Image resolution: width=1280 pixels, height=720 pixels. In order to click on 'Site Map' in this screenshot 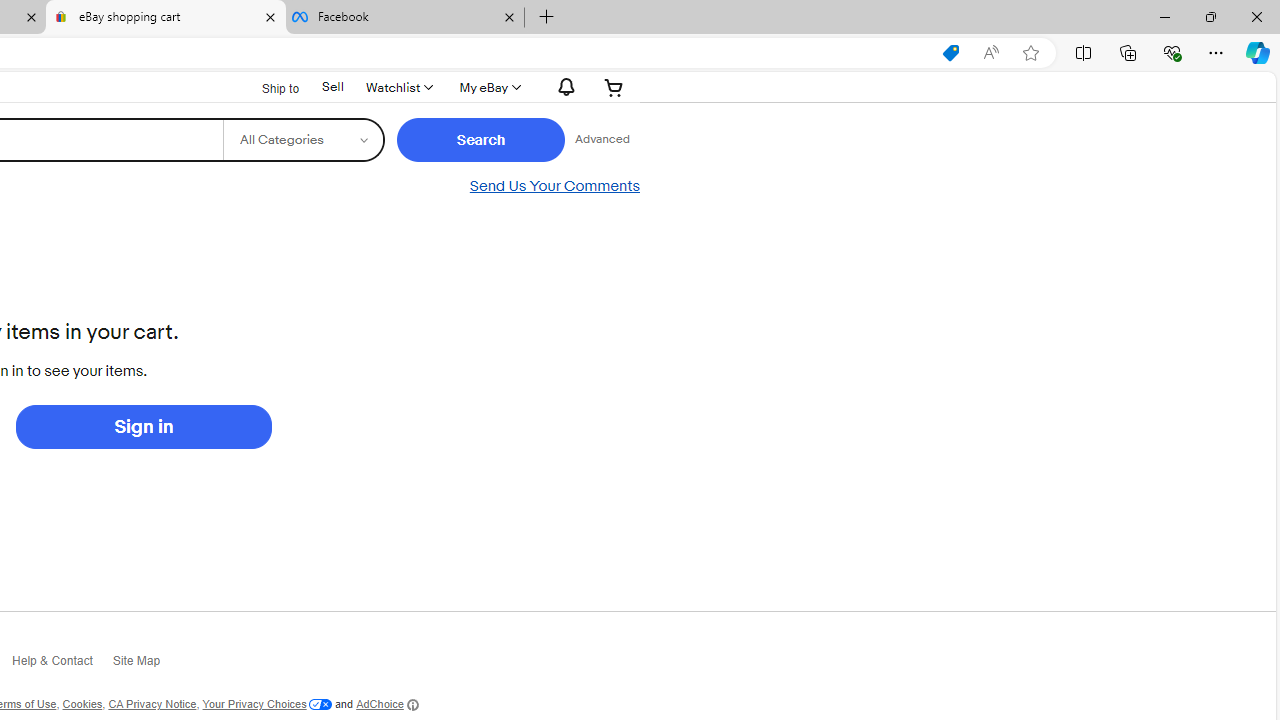, I will do `click(145, 664)`.